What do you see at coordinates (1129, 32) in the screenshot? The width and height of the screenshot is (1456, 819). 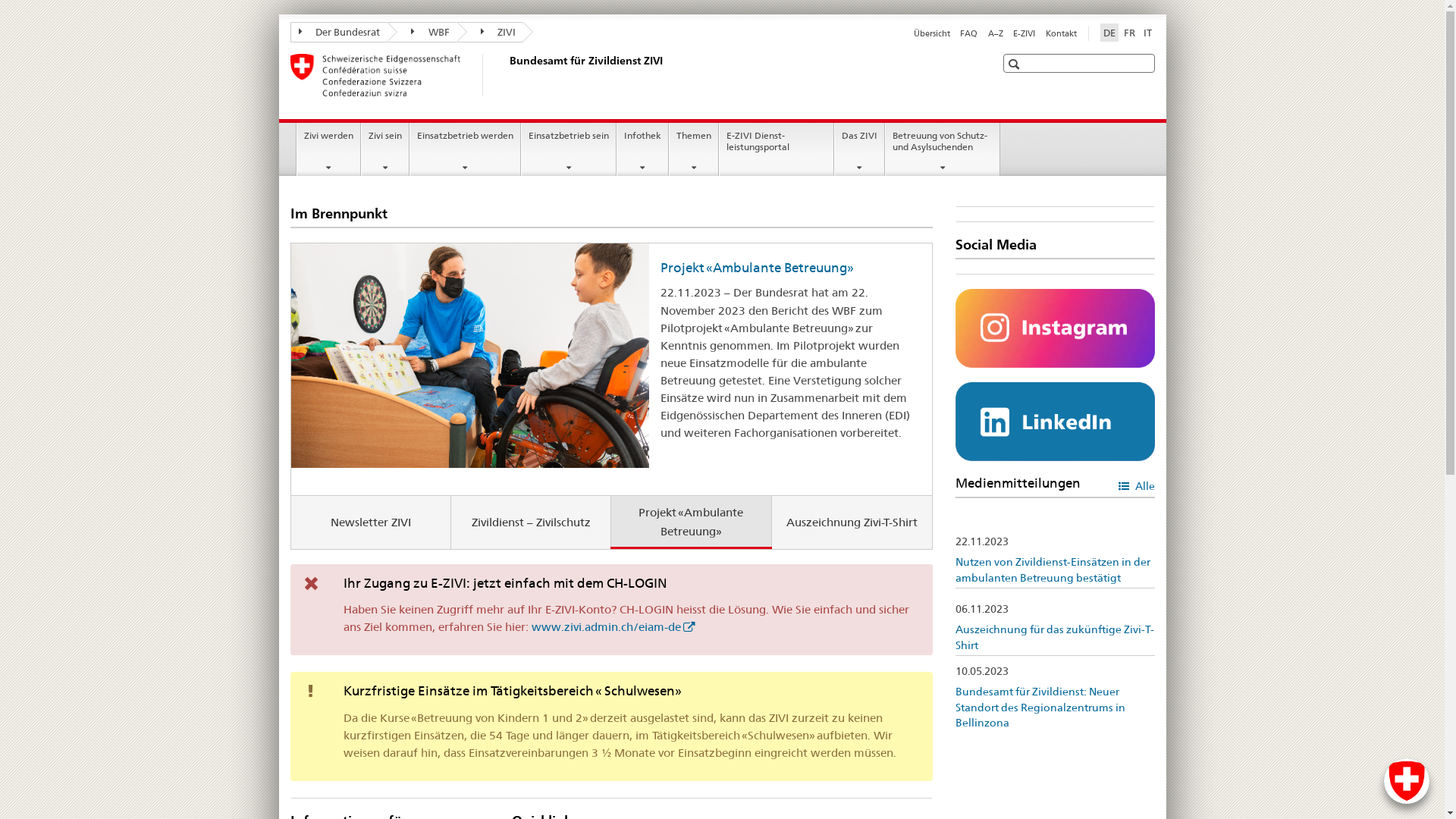 I see `'FR'` at bounding box center [1129, 32].